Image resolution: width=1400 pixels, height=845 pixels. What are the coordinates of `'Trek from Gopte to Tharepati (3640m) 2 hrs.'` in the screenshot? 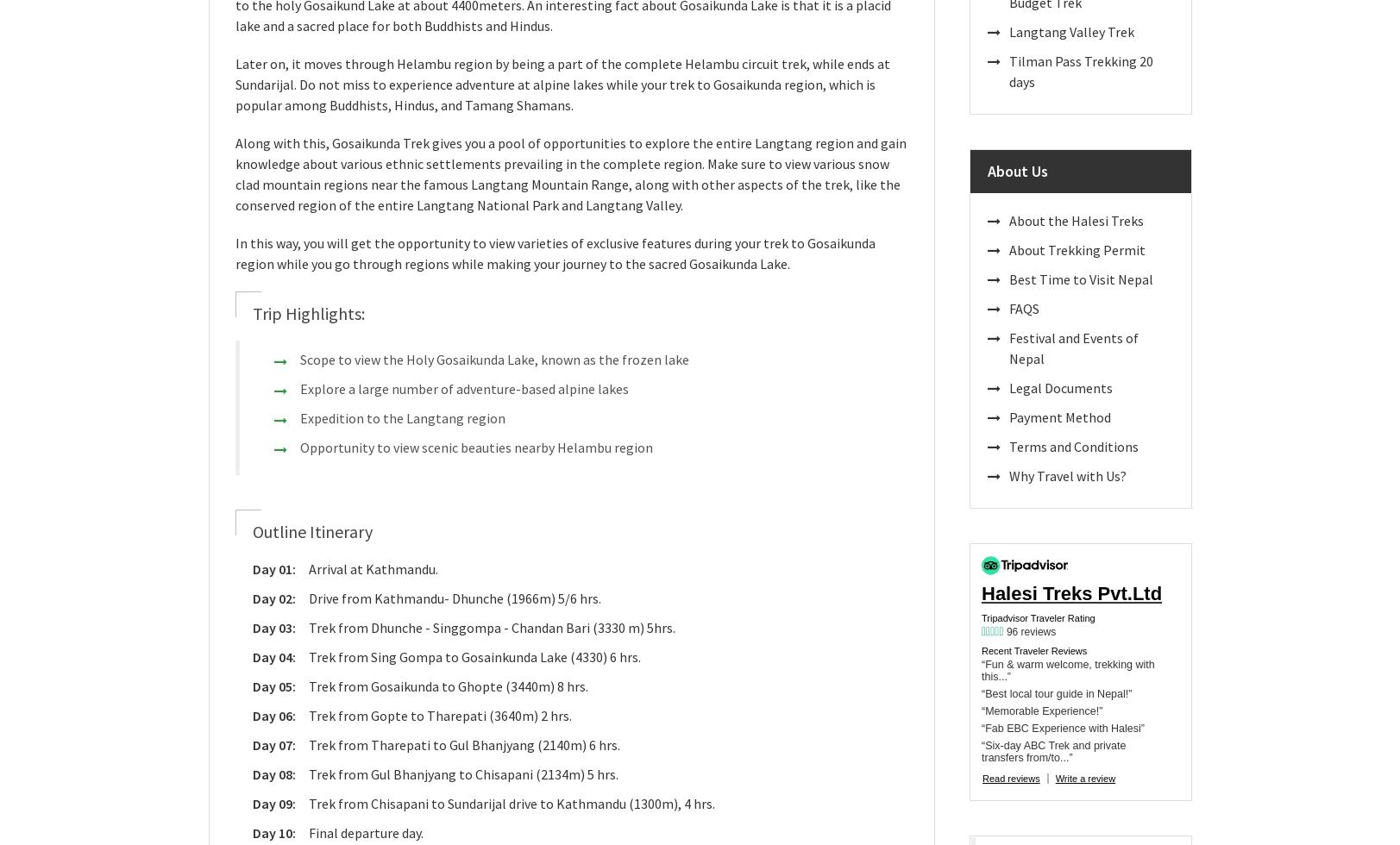 It's located at (439, 715).